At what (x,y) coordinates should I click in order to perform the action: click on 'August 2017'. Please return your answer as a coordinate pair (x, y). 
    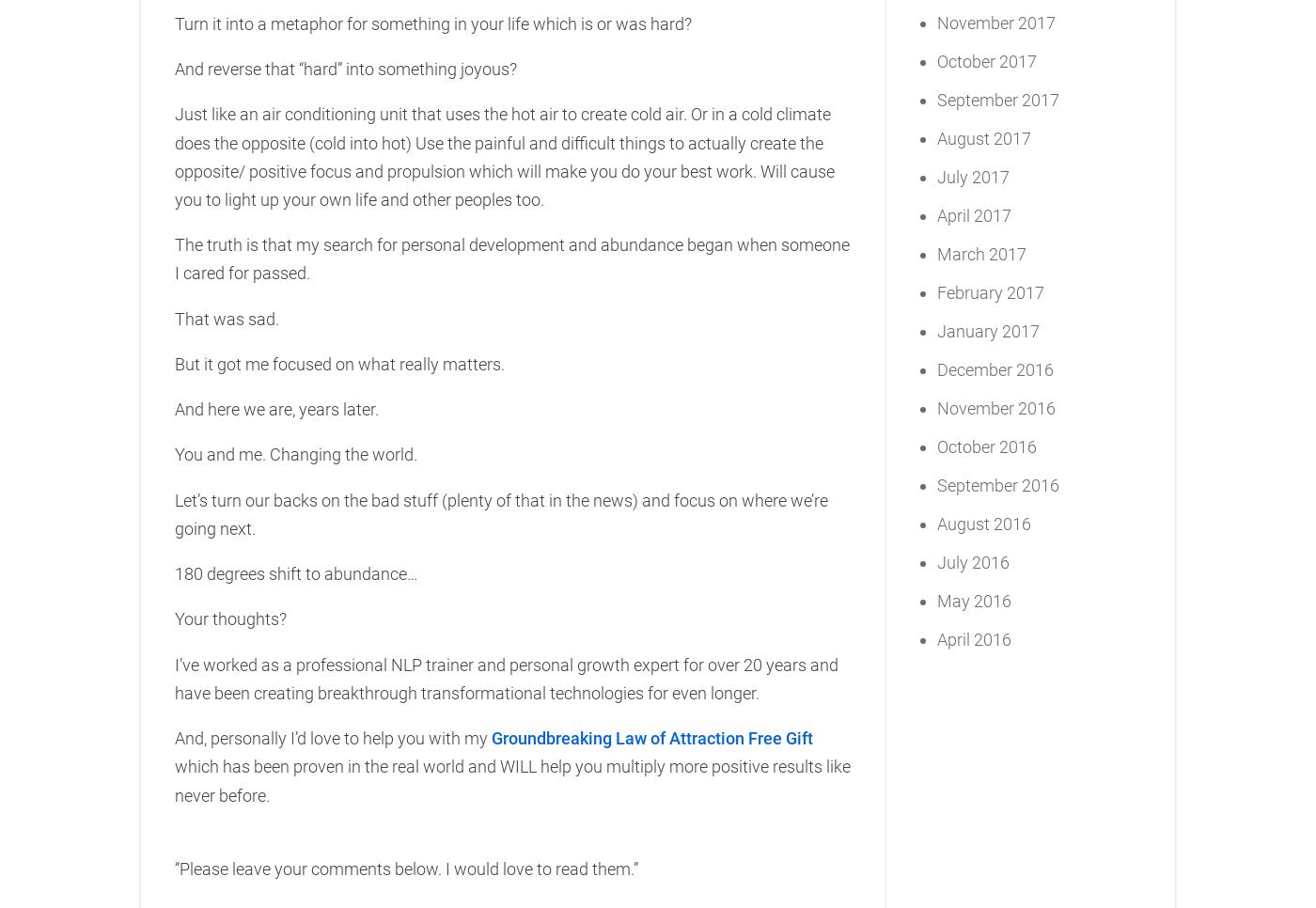
    Looking at the image, I should click on (984, 136).